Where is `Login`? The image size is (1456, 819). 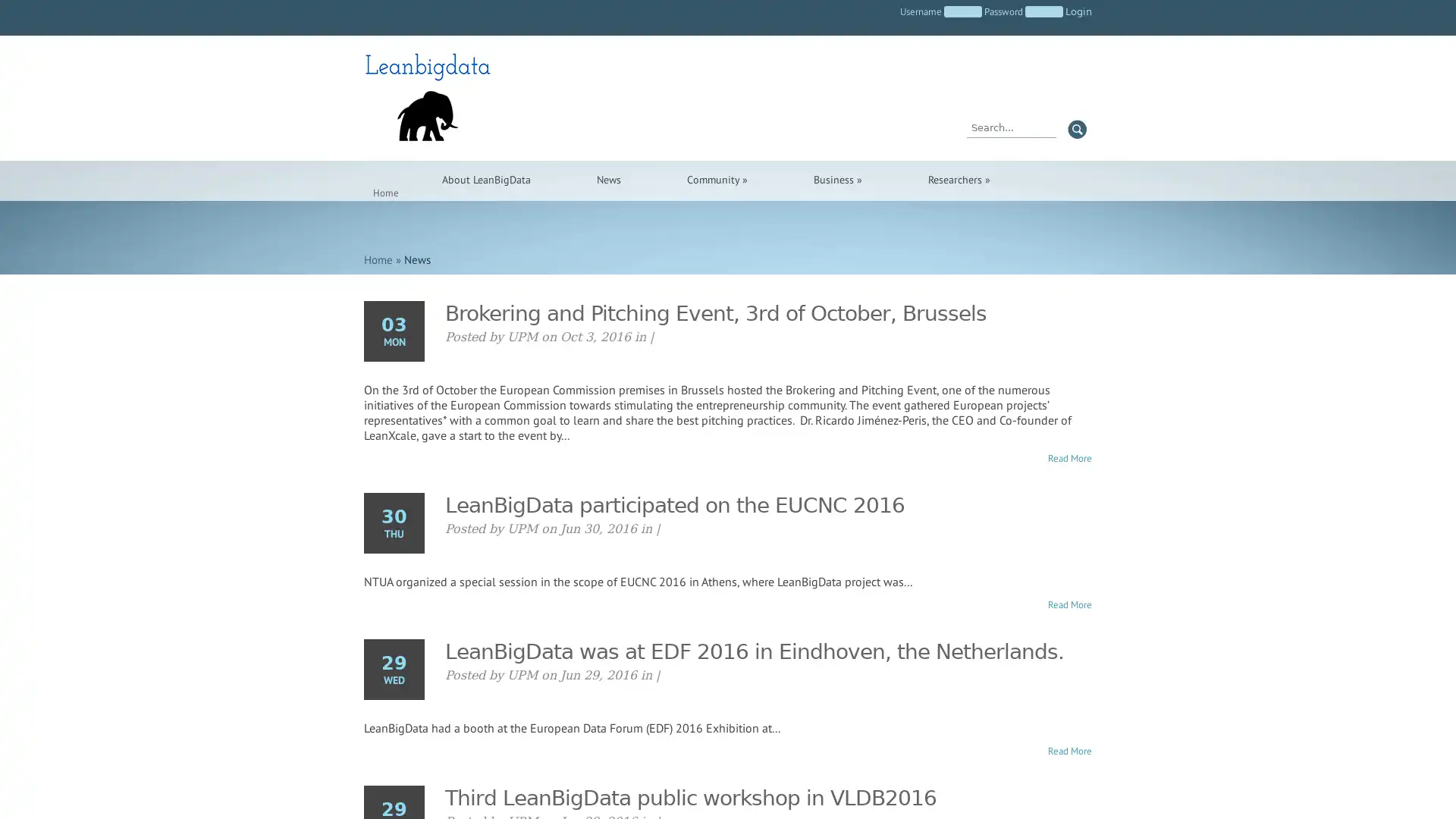 Login is located at coordinates (1078, 11).